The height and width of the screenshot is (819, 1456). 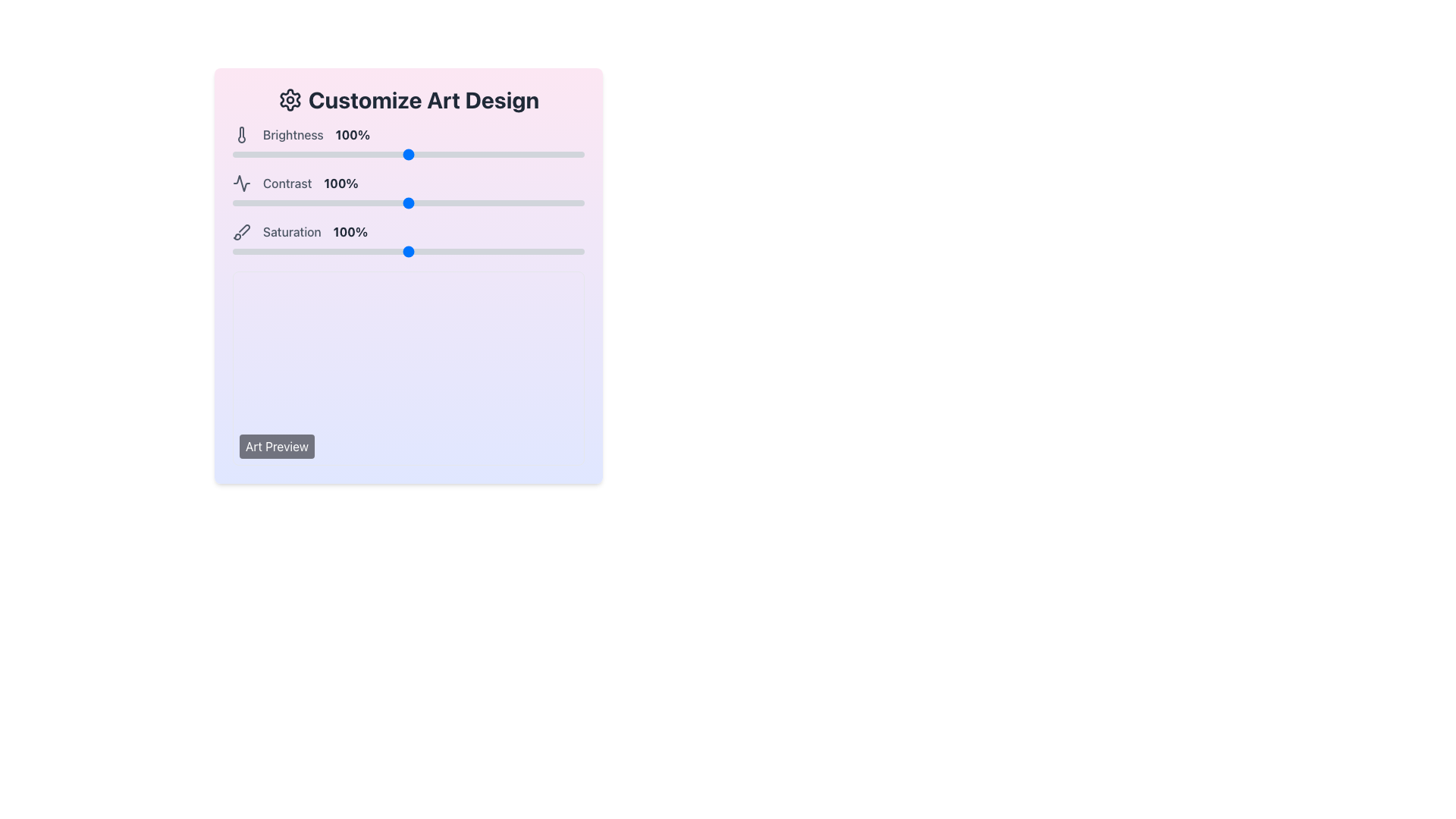 I want to click on the saturation, so click(x=237, y=250).